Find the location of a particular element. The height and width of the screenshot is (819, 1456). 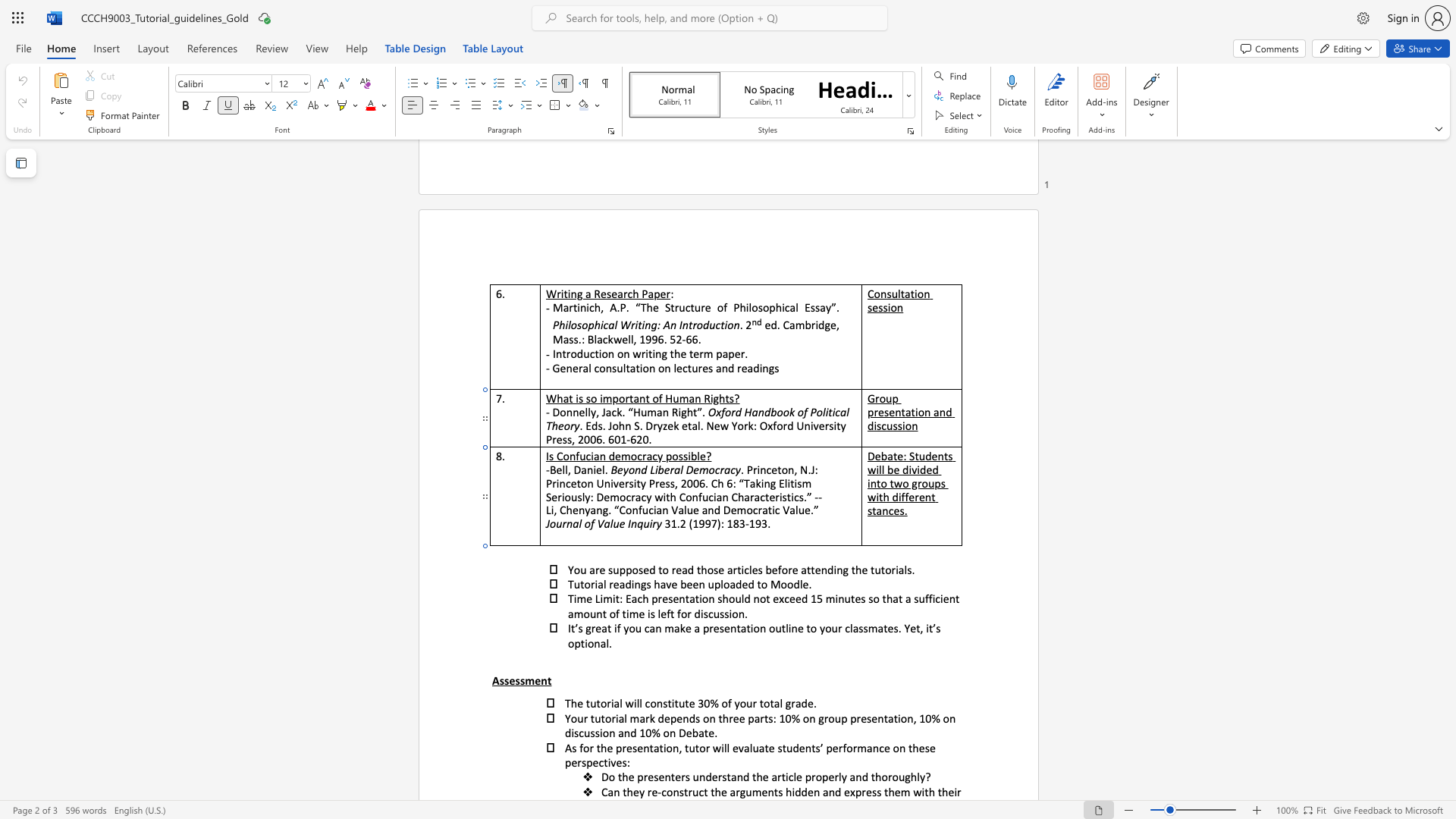

the 1th character "D" in the text is located at coordinates (576, 469).